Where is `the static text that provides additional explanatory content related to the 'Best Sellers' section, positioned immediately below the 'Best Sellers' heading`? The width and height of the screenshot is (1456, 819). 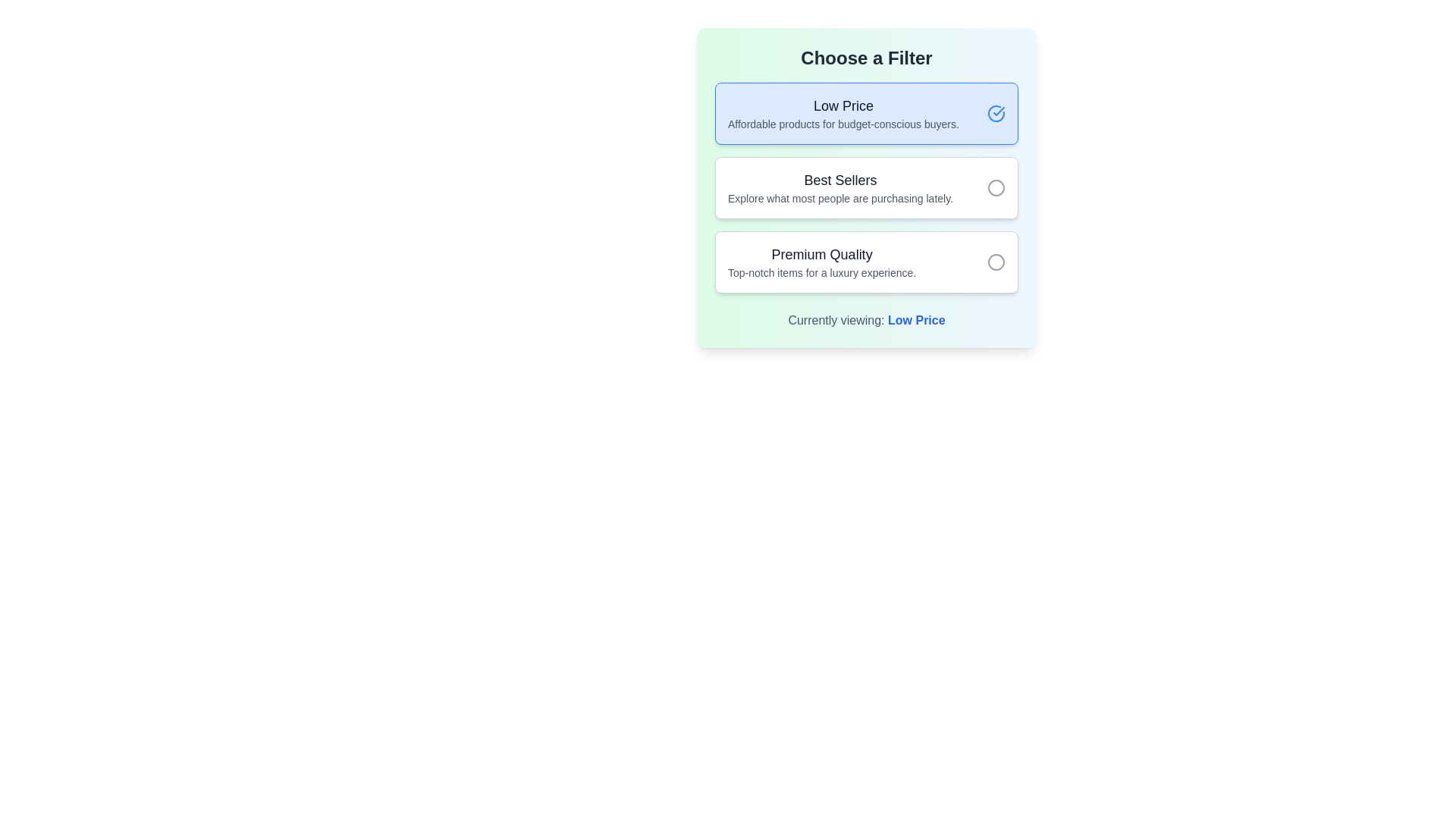
the static text that provides additional explanatory content related to the 'Best Sellers' section, positioned immediately below the 'Best Sellers' heading is located at coordinates (839, 198).